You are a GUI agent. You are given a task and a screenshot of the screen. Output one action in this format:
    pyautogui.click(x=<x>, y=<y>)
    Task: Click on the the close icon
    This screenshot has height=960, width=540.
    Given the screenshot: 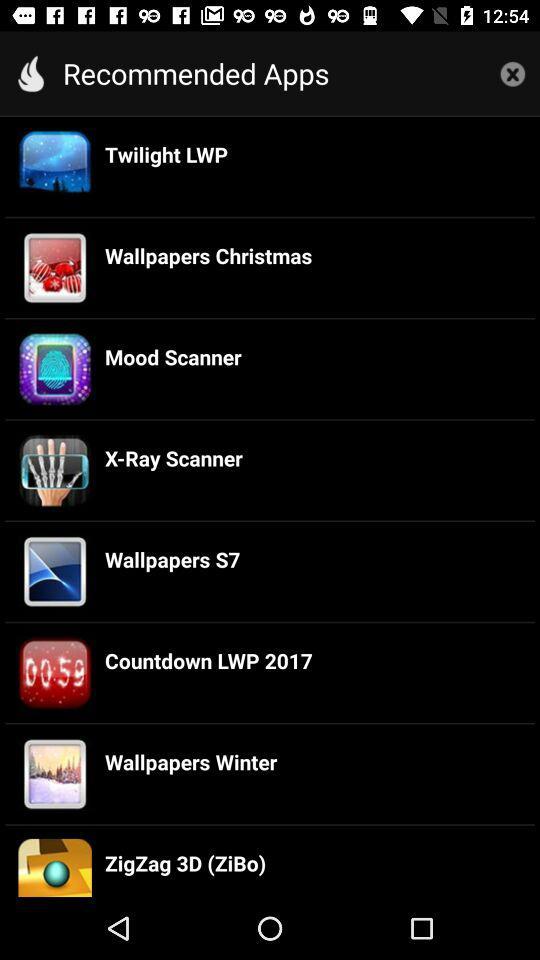 What is the action you would take?
    pyautogui.click(x=516, y=74)
    